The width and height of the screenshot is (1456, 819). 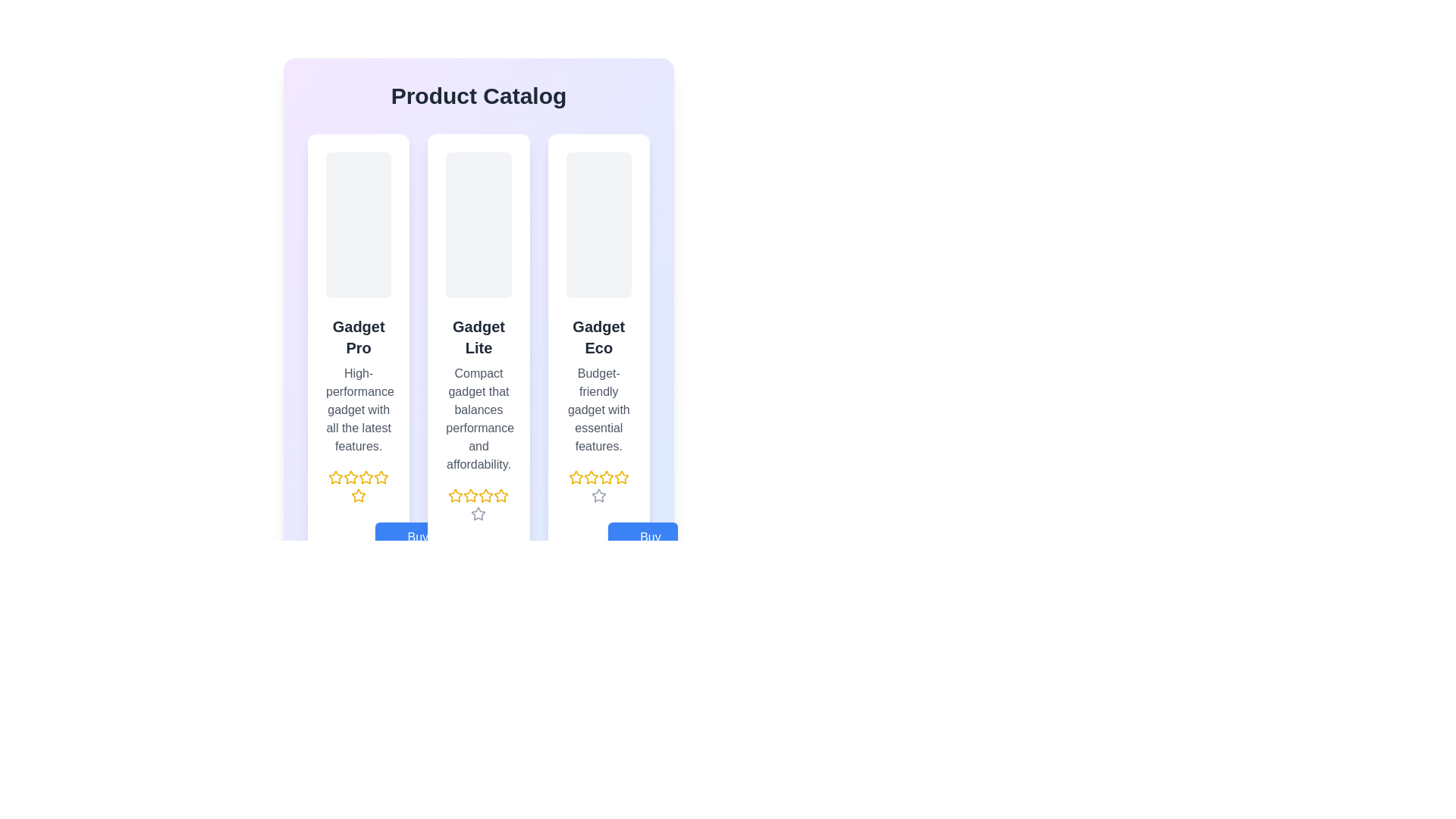 What do you see at coordinates (410, 547) in the screenshot?
I see `the purchase button located within the second product card, positioned below the product title and rating stars, by tabbing to it` at bounding box center [410, 547].